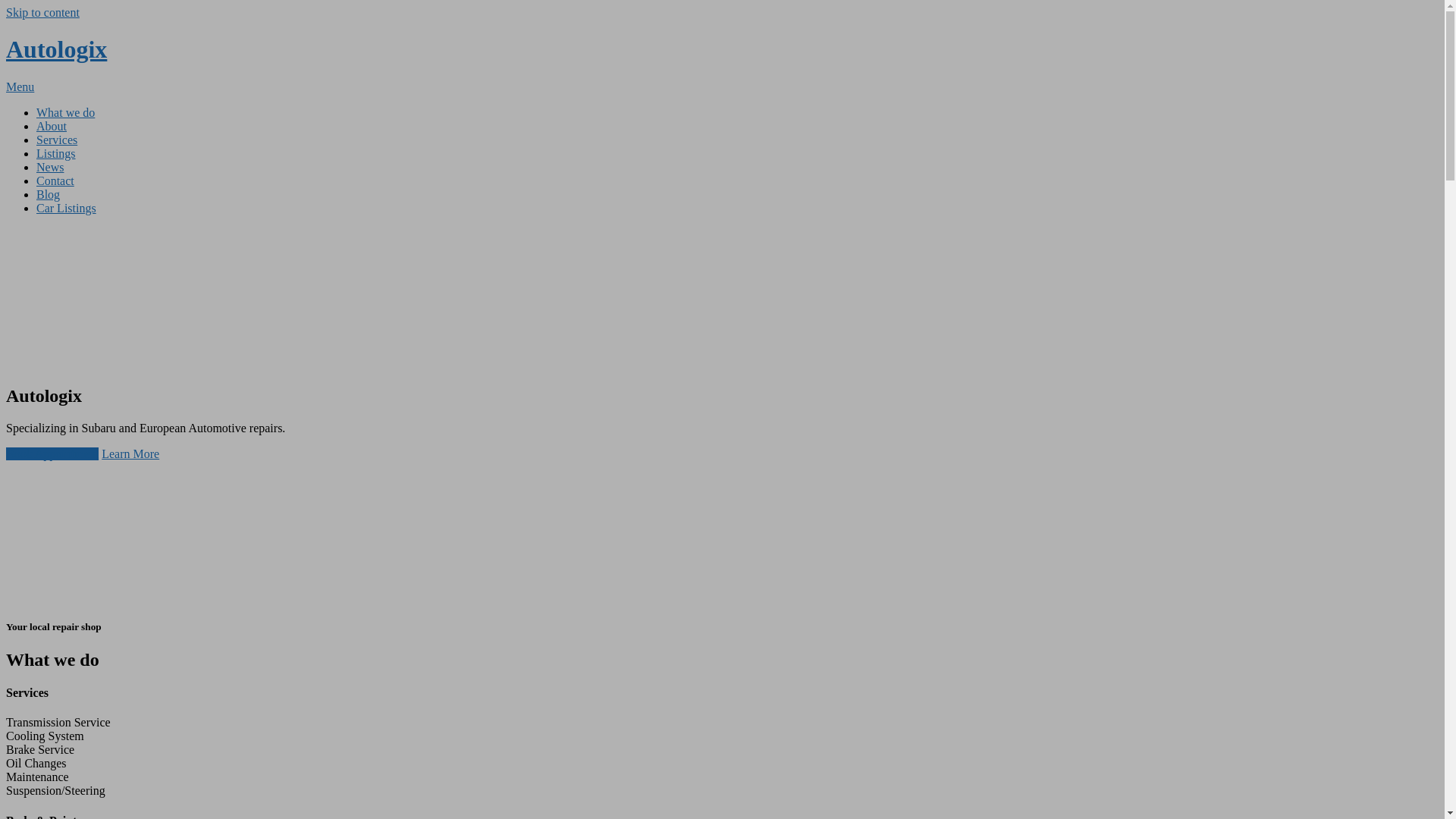  I want to click on 'Car Listings', so click(65, 208).